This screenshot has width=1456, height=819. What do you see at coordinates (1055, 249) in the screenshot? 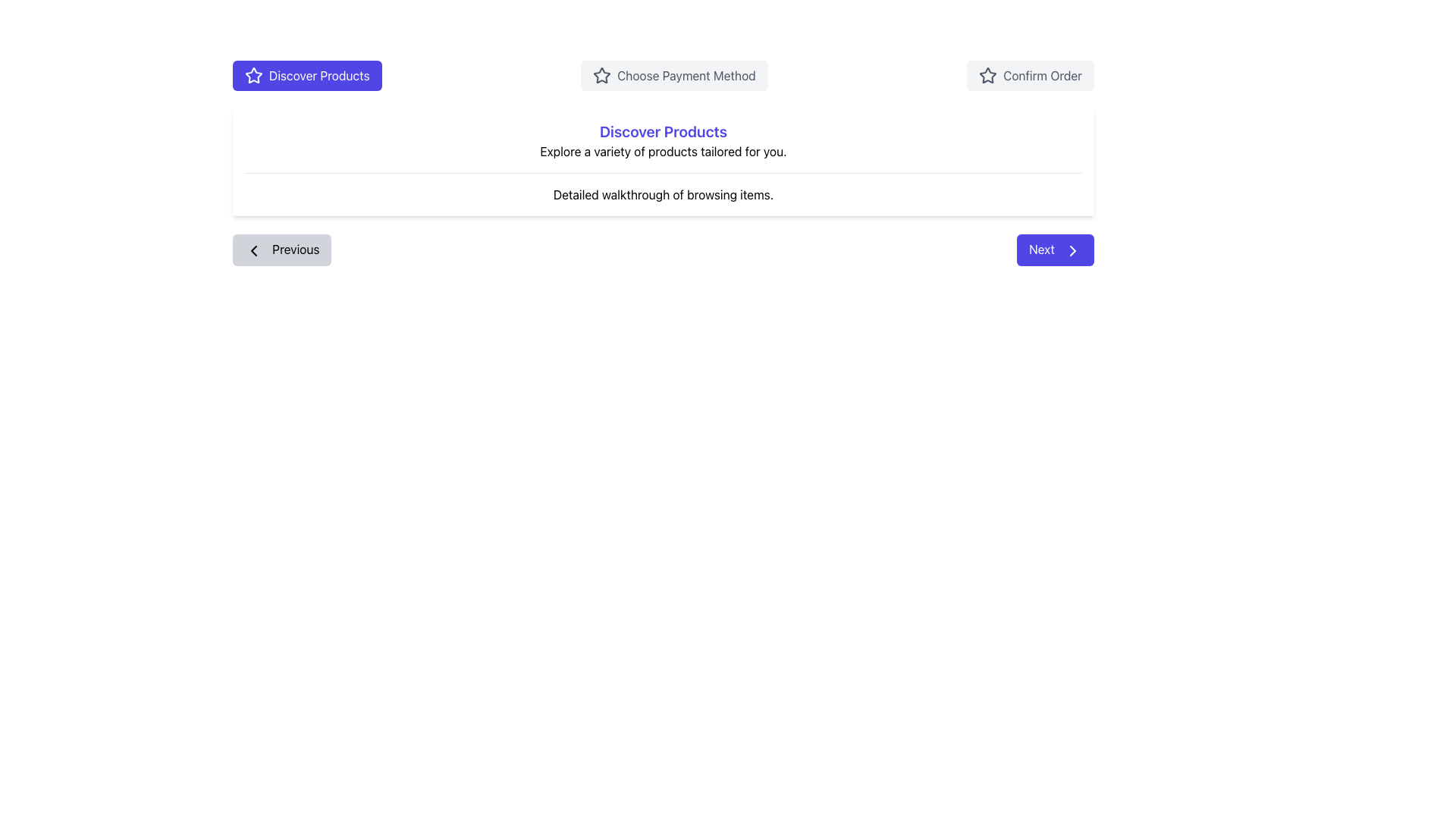
I see `the second navigation button located to the right of the 'Previous' button to proceed to the next step` at bounding box center [1055, 249].